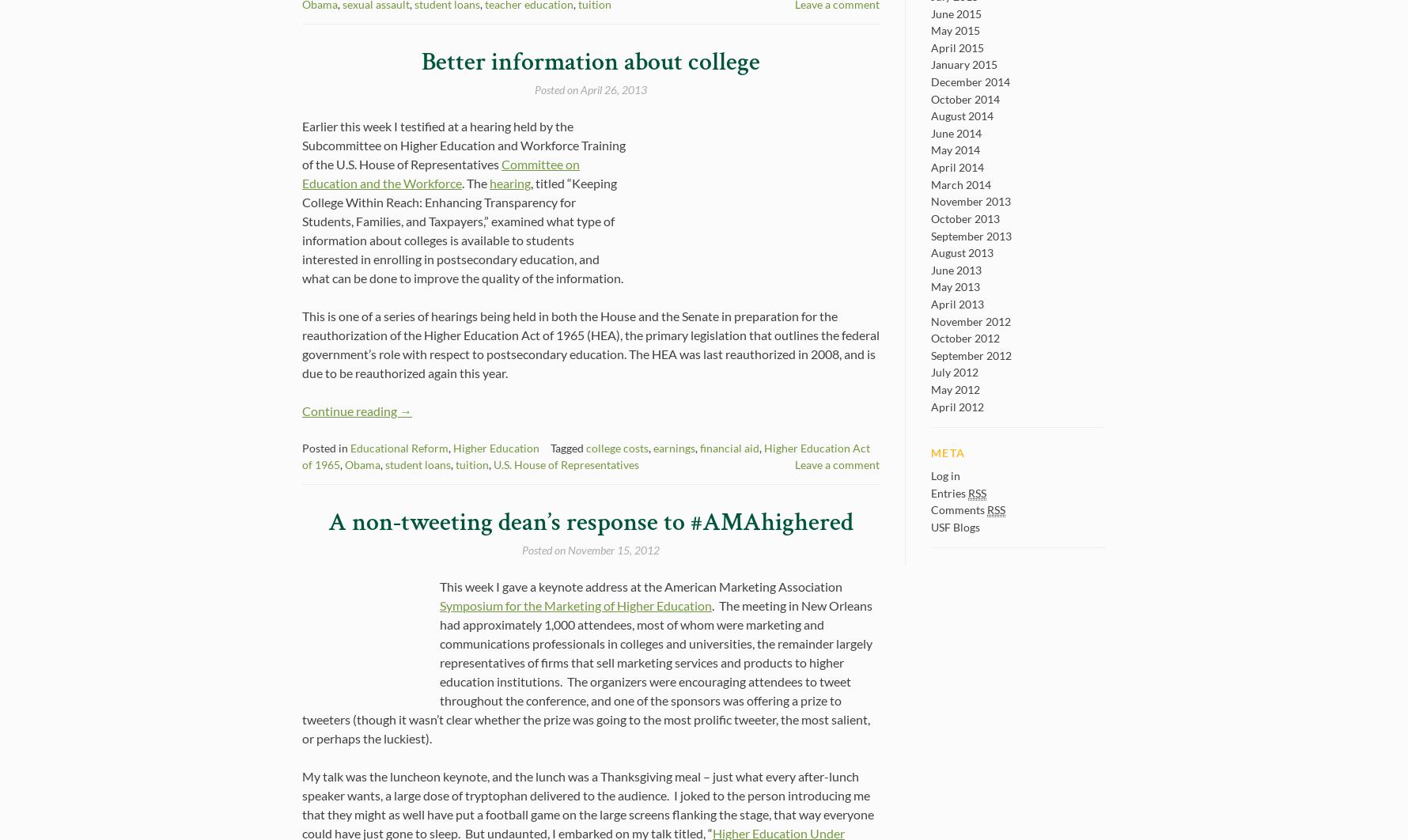 This screenshot has width=1408, height=840. What do you see at coordinates (591, 62) in the screenshot?
I see `'Better information about college'` at bounding box center [591, 62].